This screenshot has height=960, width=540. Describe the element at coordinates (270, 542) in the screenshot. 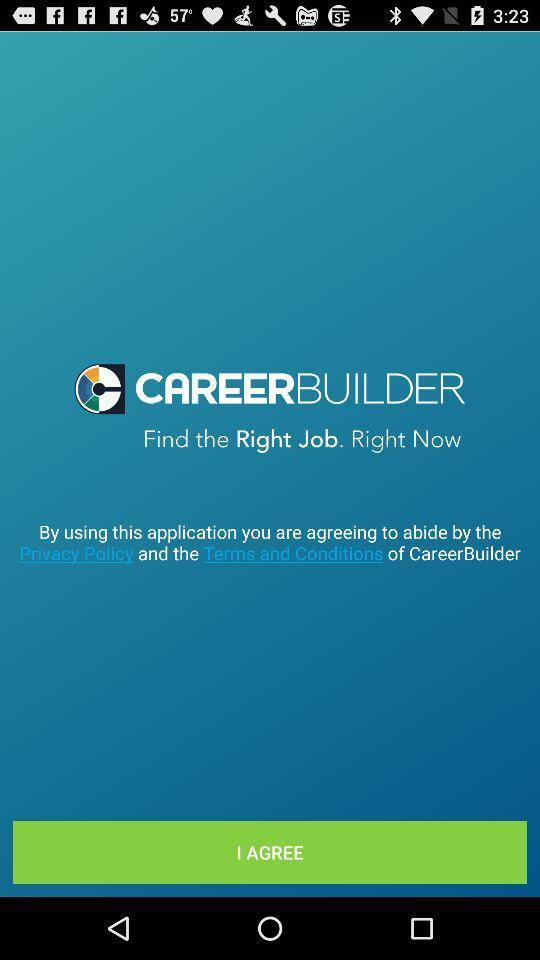

I see `by using this` at that location.